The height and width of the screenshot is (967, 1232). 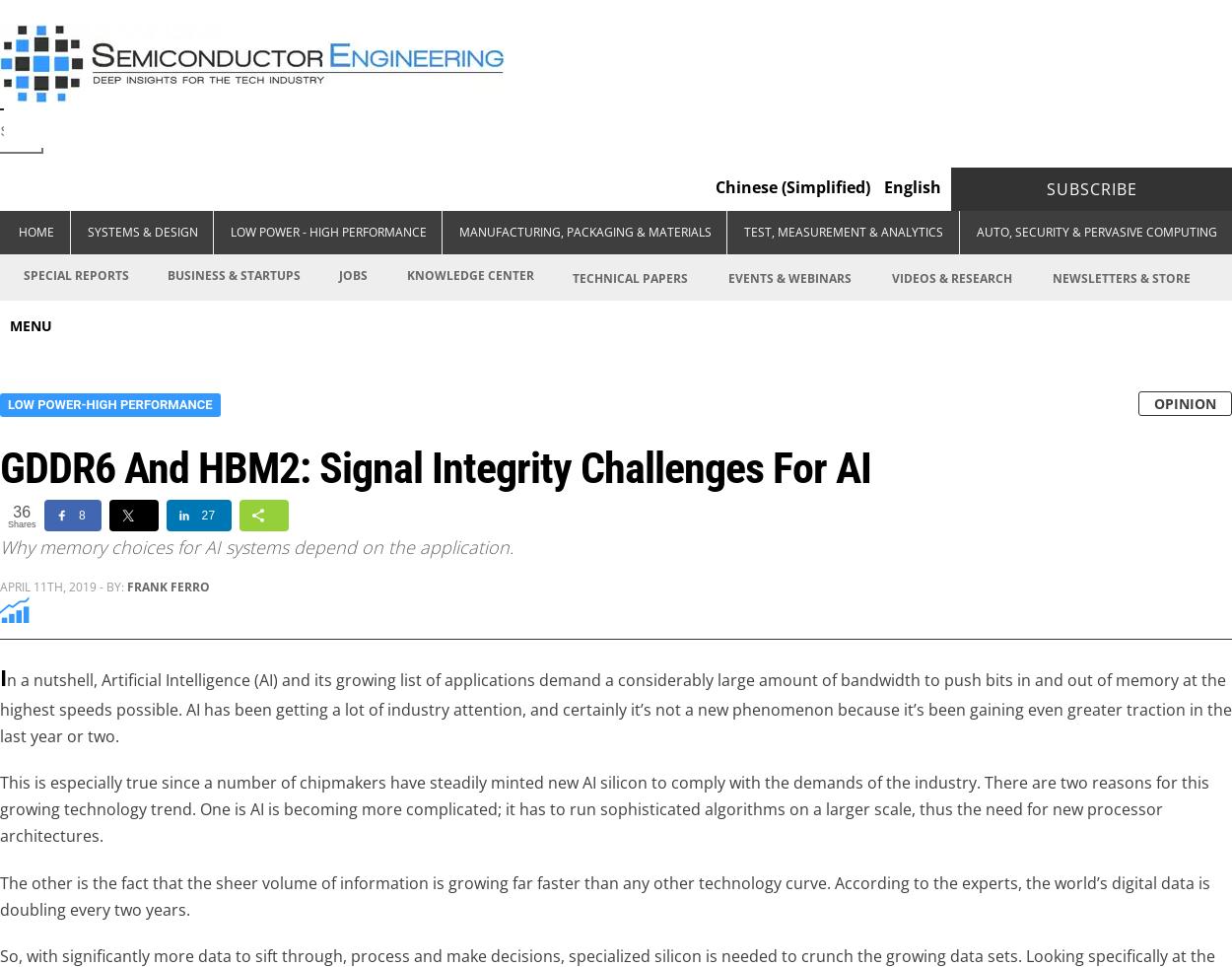 What do you see at coordinates (1184, 402) in the screenshot?
I see `'OPINION'` at bounding box center [1184, 402].